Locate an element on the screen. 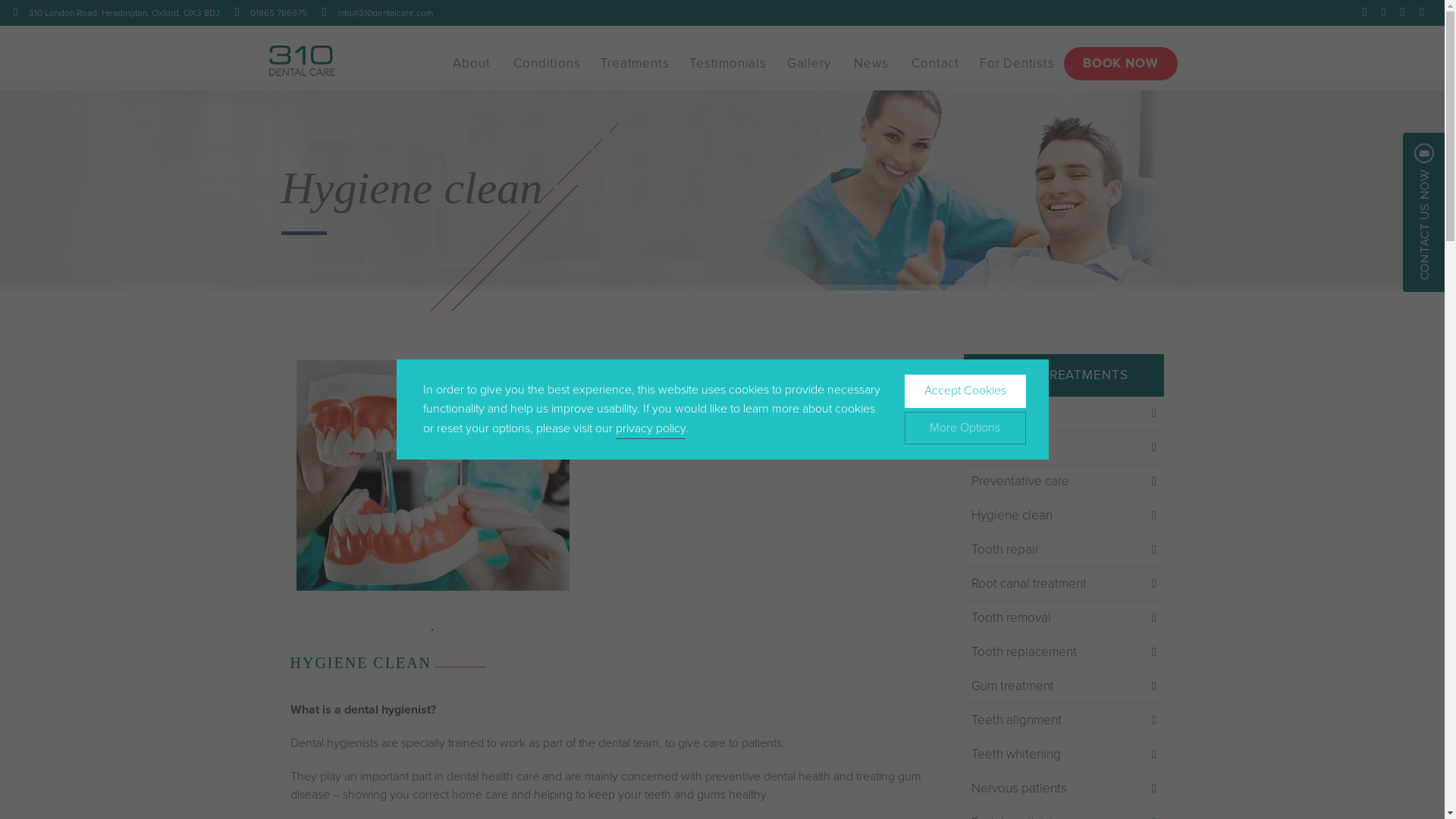 The image size is (1456, 819). 'Nervous patients' is located at coordinates (1062, 788).